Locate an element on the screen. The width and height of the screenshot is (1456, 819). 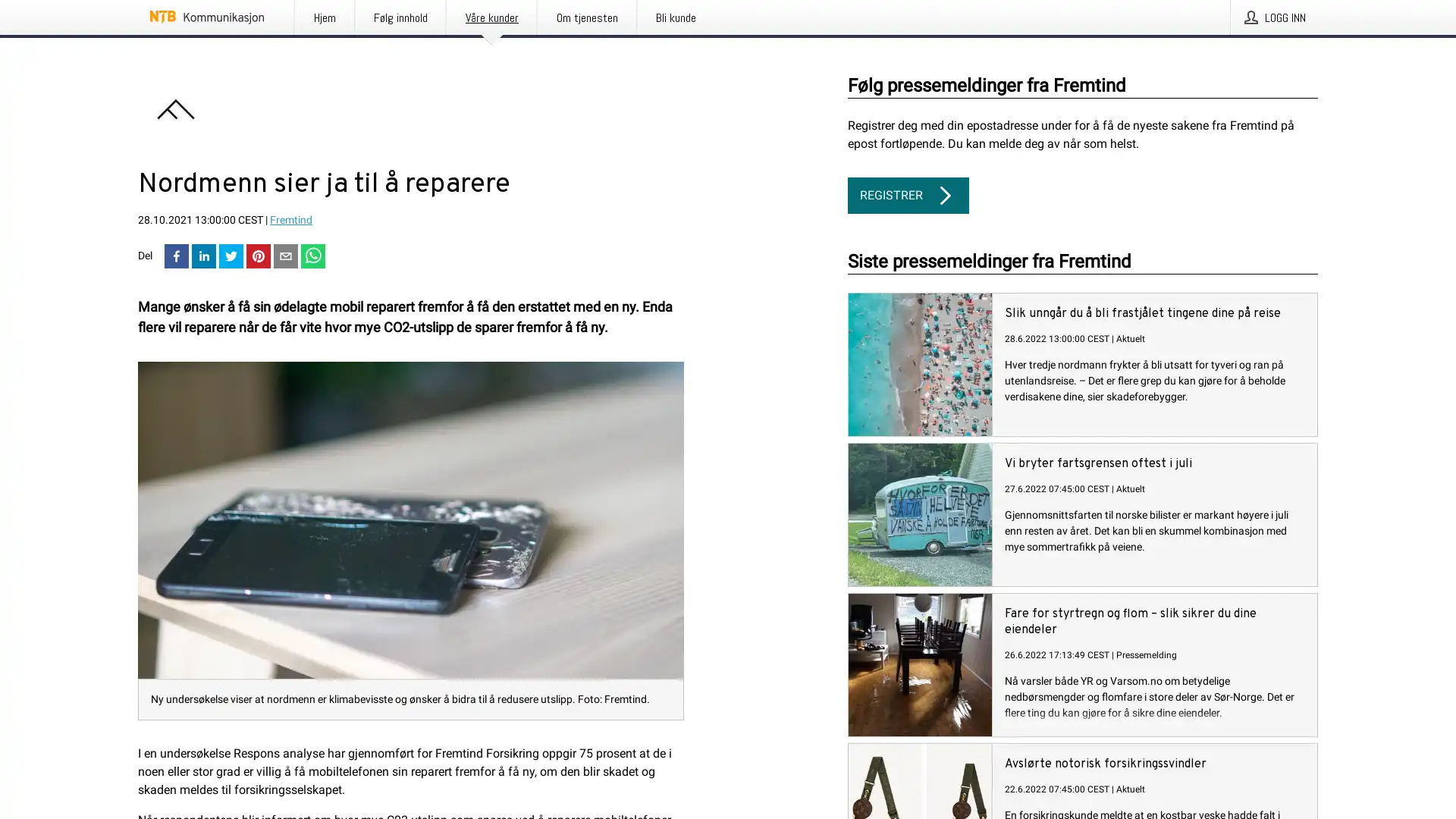
pinterest is located at coordinates (258, 256).